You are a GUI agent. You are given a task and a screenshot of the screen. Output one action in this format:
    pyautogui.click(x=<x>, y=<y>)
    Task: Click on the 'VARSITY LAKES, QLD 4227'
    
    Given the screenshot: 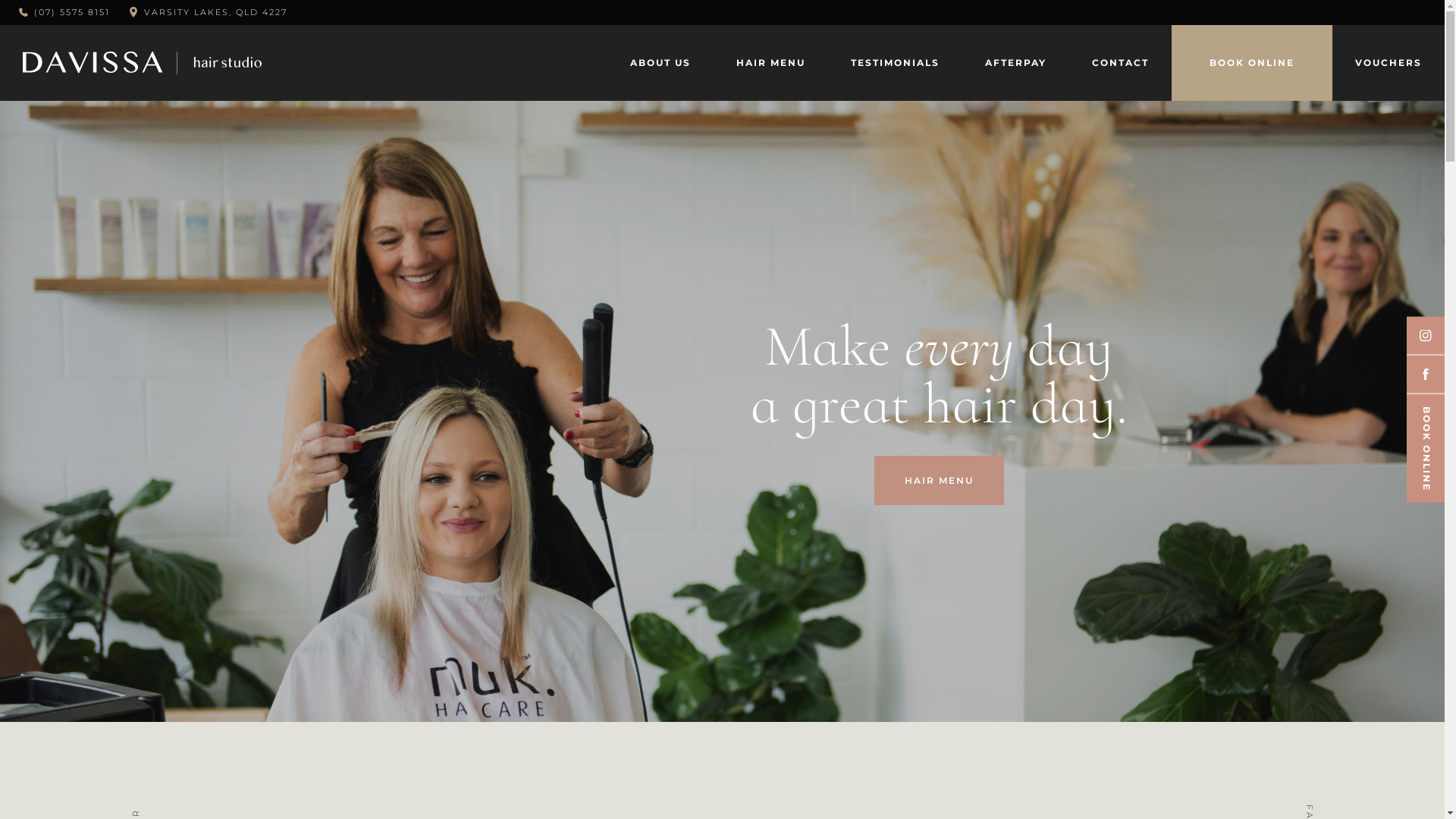 What is the action you would take?
    pyautogui.click(x=144, y=11)
    